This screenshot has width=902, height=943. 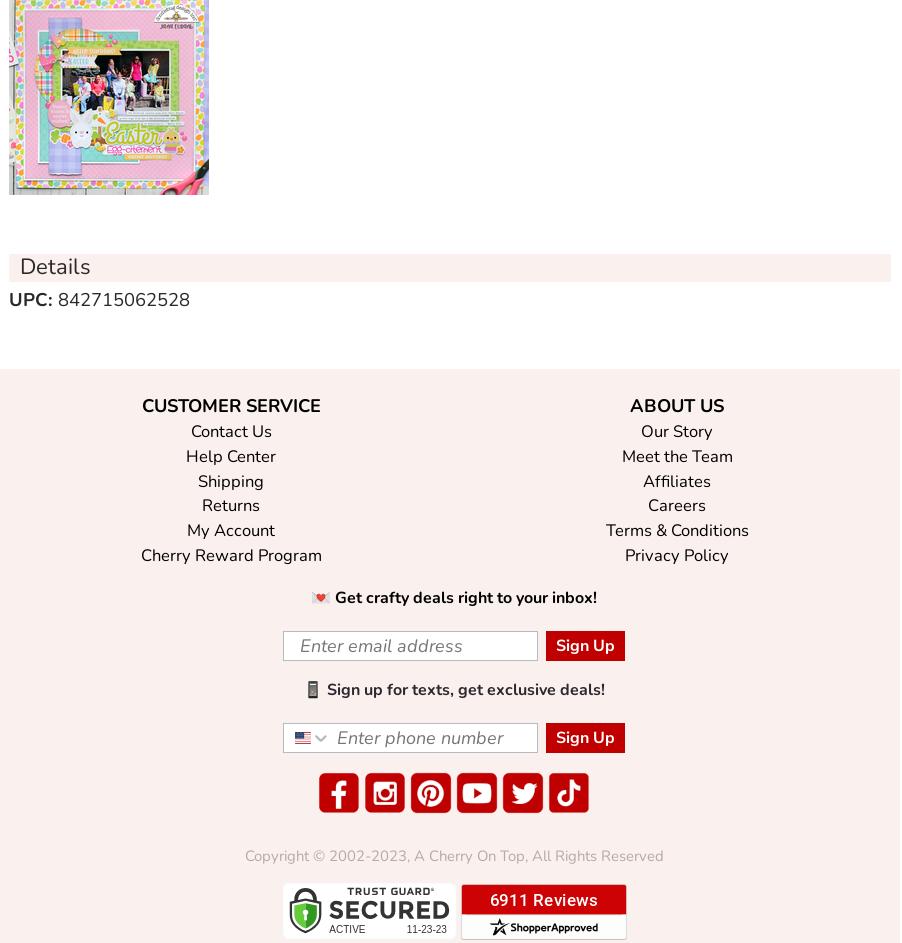 I want to click on '842715062528', so click(x=124, y=298).